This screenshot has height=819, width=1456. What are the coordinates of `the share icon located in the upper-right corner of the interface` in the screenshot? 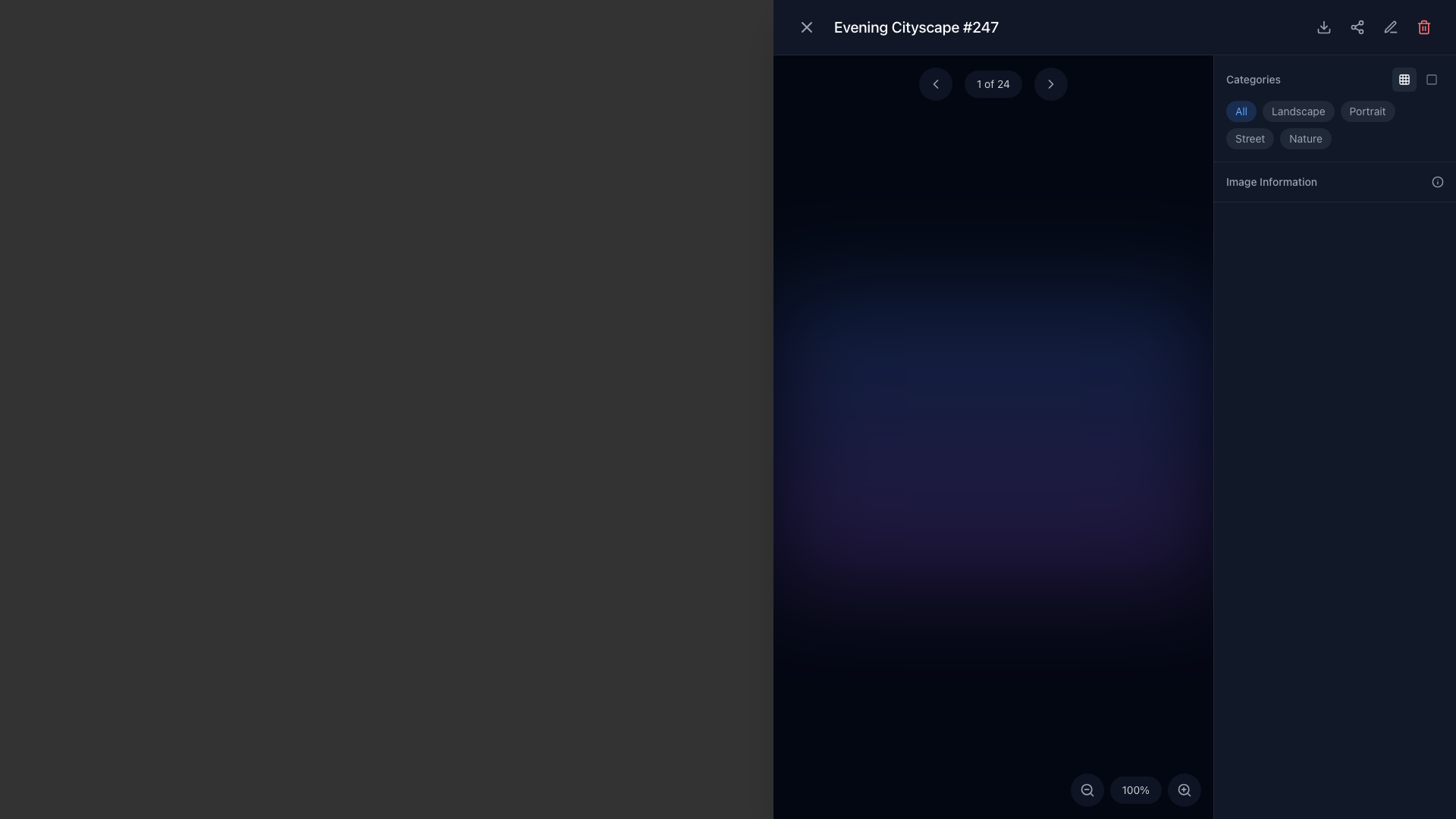 It's located at (1357, 27).